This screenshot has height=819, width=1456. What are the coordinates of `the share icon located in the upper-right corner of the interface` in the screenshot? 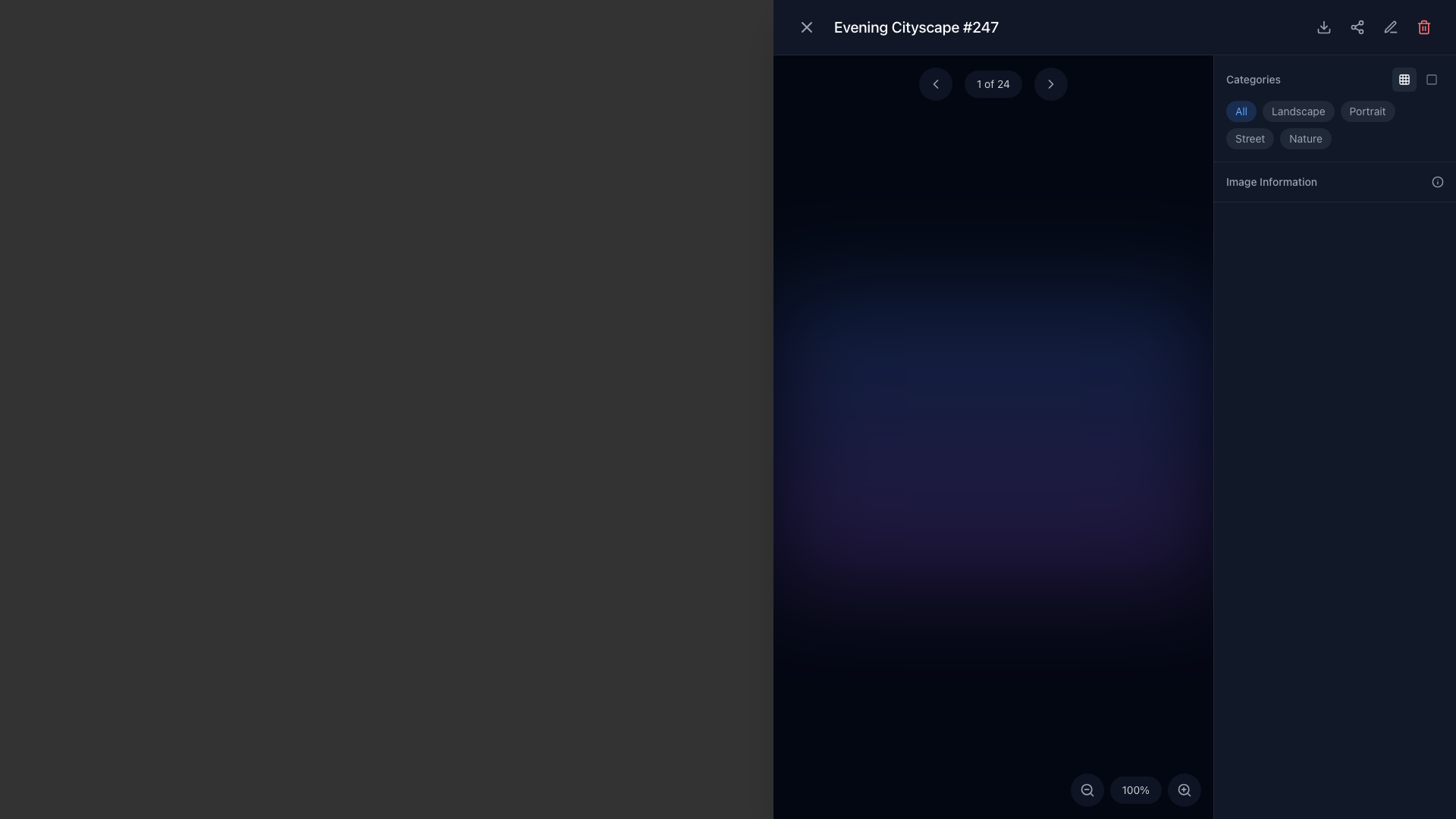 It's located at (1357, 27).